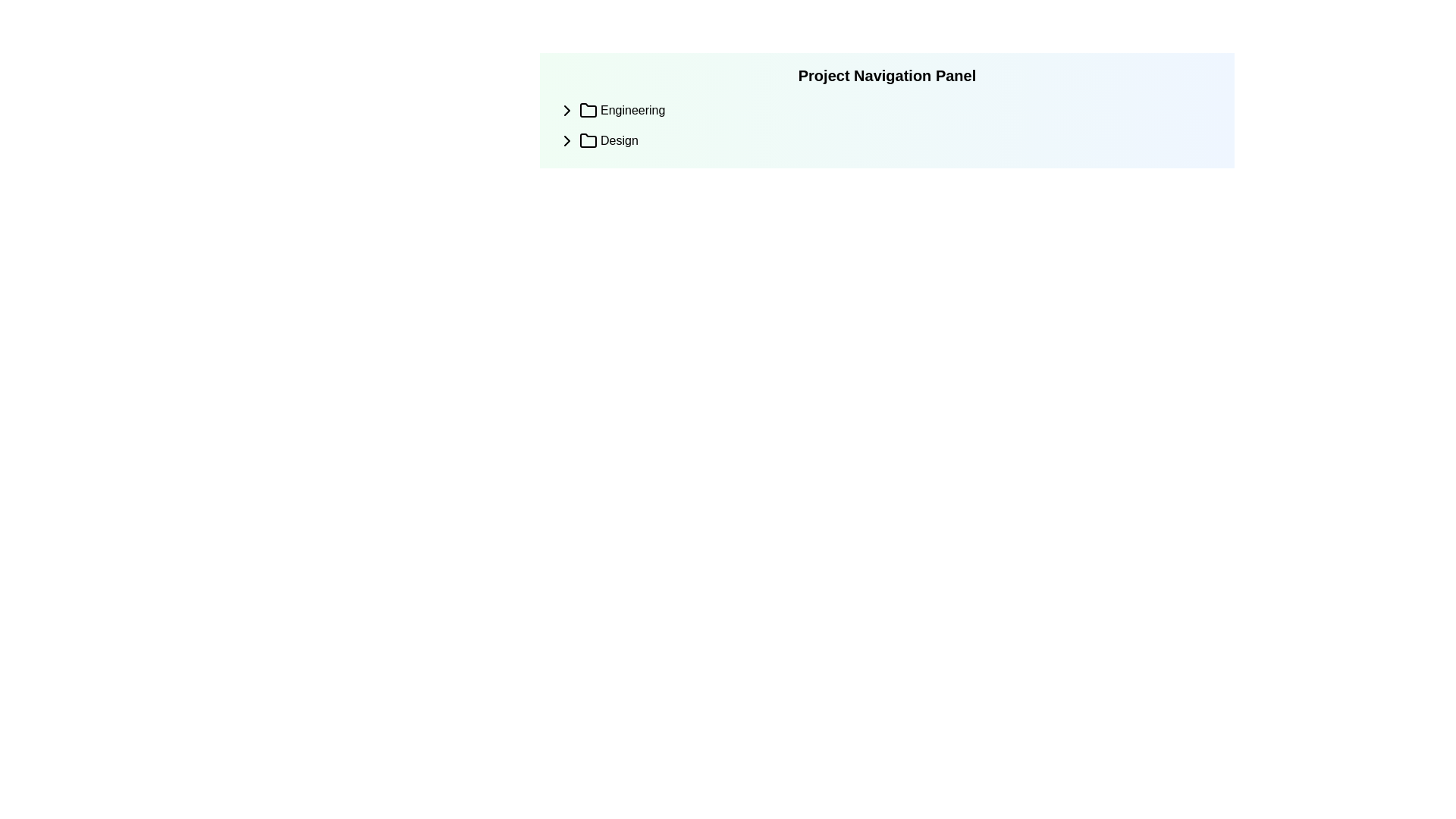  What do you see at coordinates (566, 110) in the screenshot?
I see `the rightward-pointing chevron icon next to the 'Engineering' text` at bounding box center [566, 110].